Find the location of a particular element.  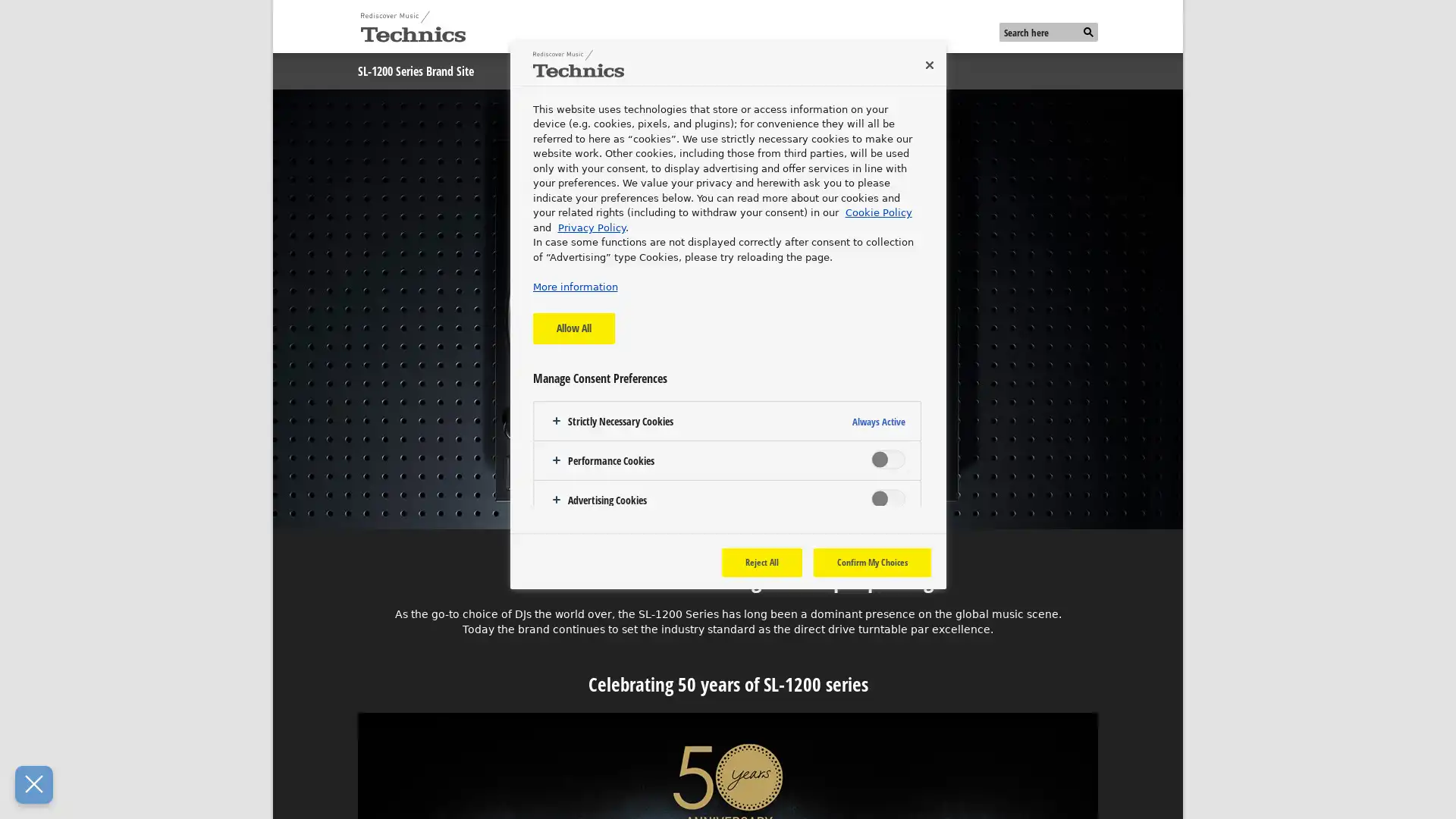

Search is located at coordinates (1087, 33).